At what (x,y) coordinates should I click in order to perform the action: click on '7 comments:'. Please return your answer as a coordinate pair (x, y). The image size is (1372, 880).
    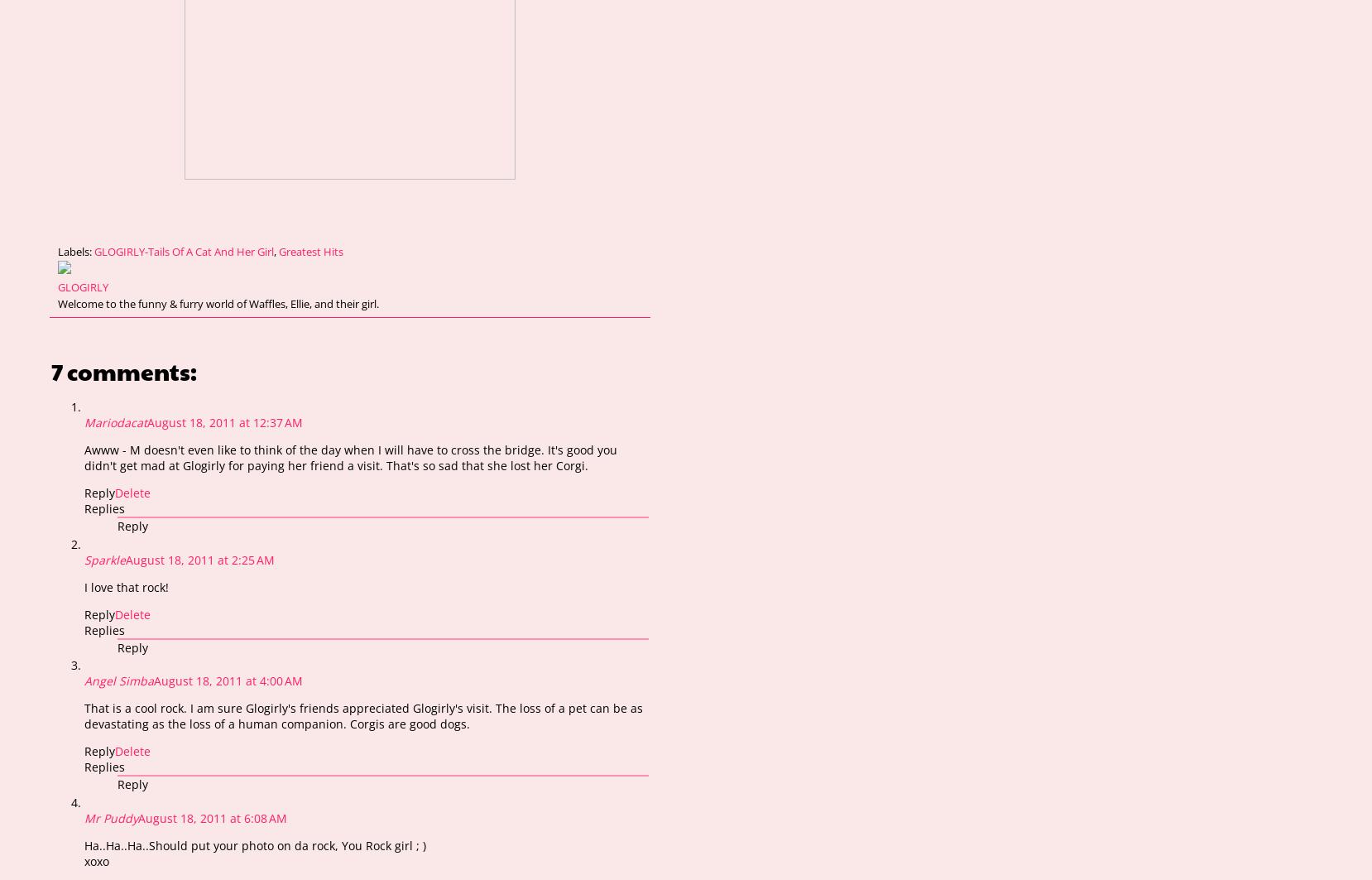
    Looking at the image, I should click on (50, 370).